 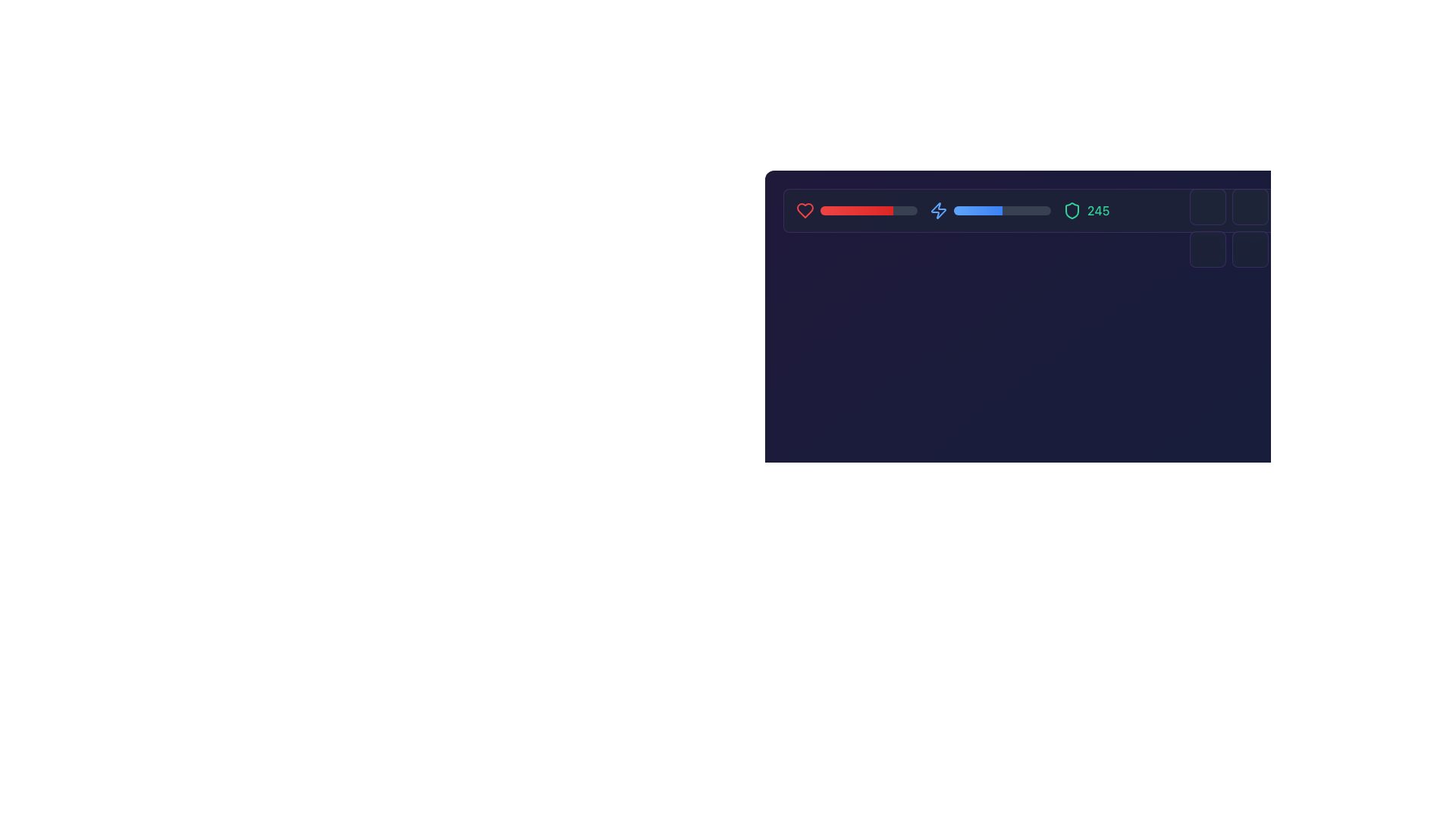 What do you see at coordinates (856, 210) in the screenshot?
I see `the value represented by the progress bar segment, which is a rectangular bar with a gradient fill transitioning from red to a darker shade of red, located in the top-left section of the interface` at bounding box center [856, 210].